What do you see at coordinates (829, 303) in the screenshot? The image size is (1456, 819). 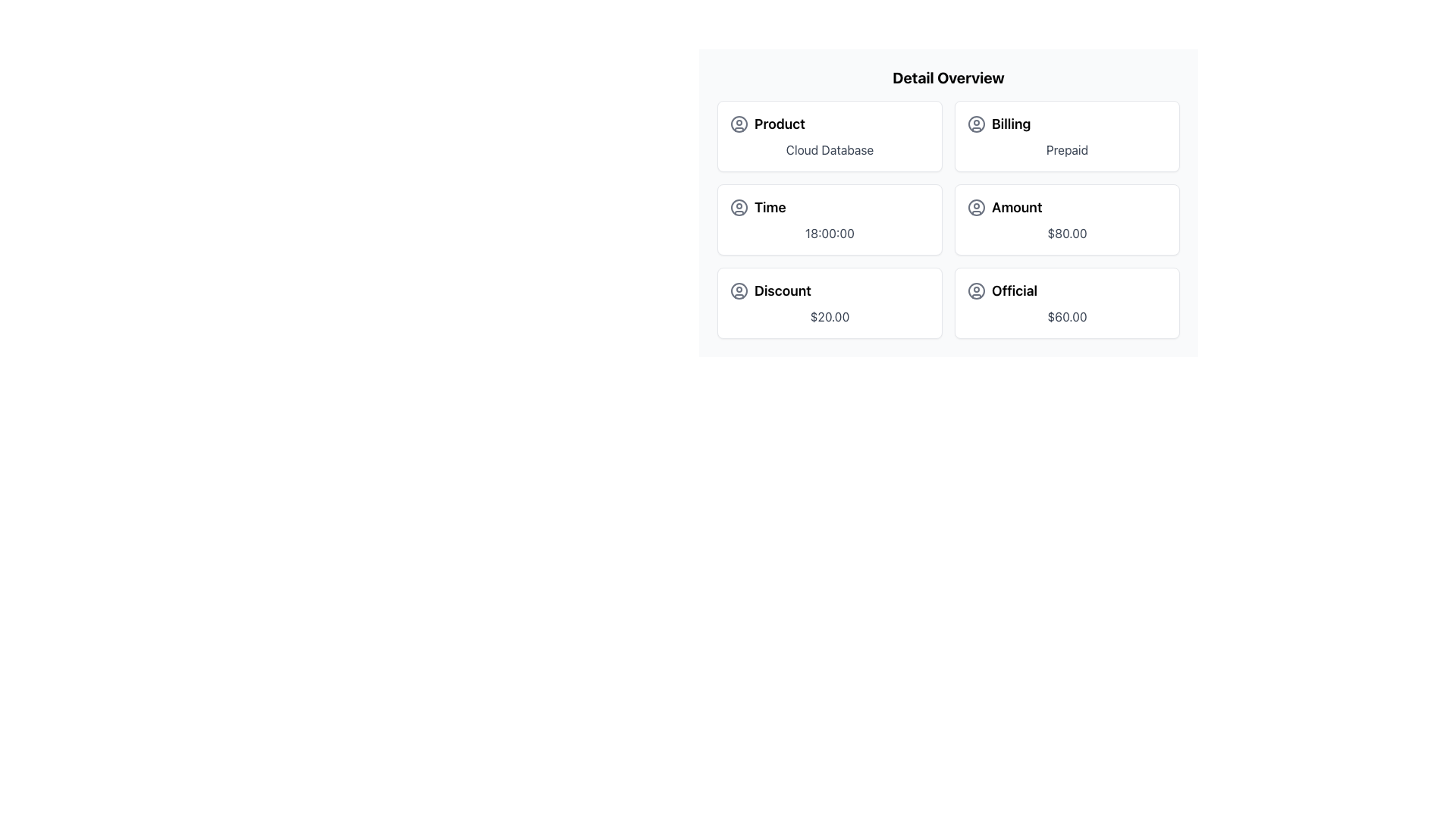 I see `the discount value from the Information card located in the lower-left quadrant of the grid, below 'Time' and` at bounding box center [829, 303].